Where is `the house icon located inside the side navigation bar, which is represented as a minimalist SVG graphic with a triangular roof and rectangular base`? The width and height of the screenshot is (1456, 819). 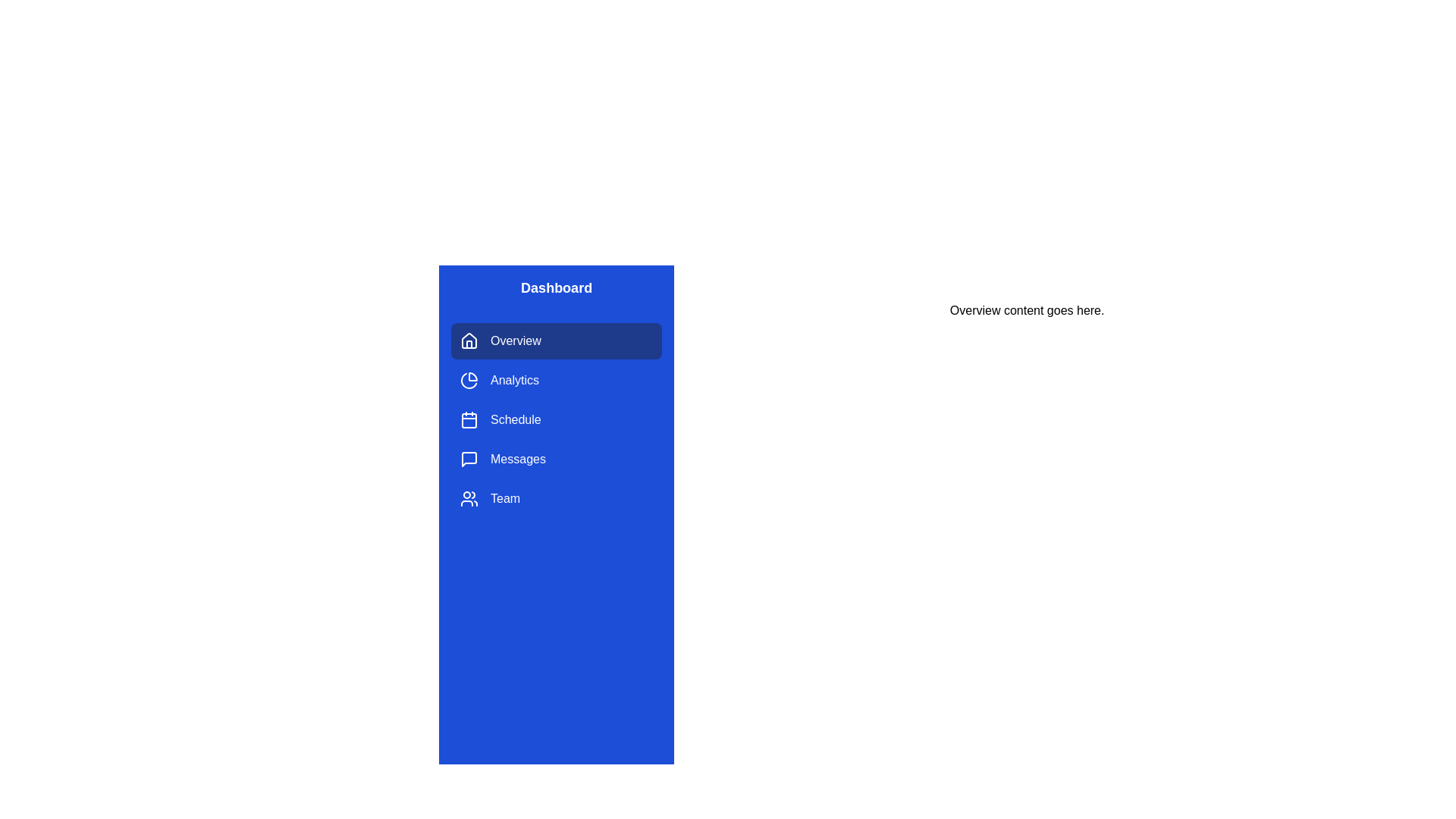 the house icon located inside the side navigation bar, which is represented as a minimalist SVG graphic with a triangular roof and rectangular base is located at coordinates (469, 339).